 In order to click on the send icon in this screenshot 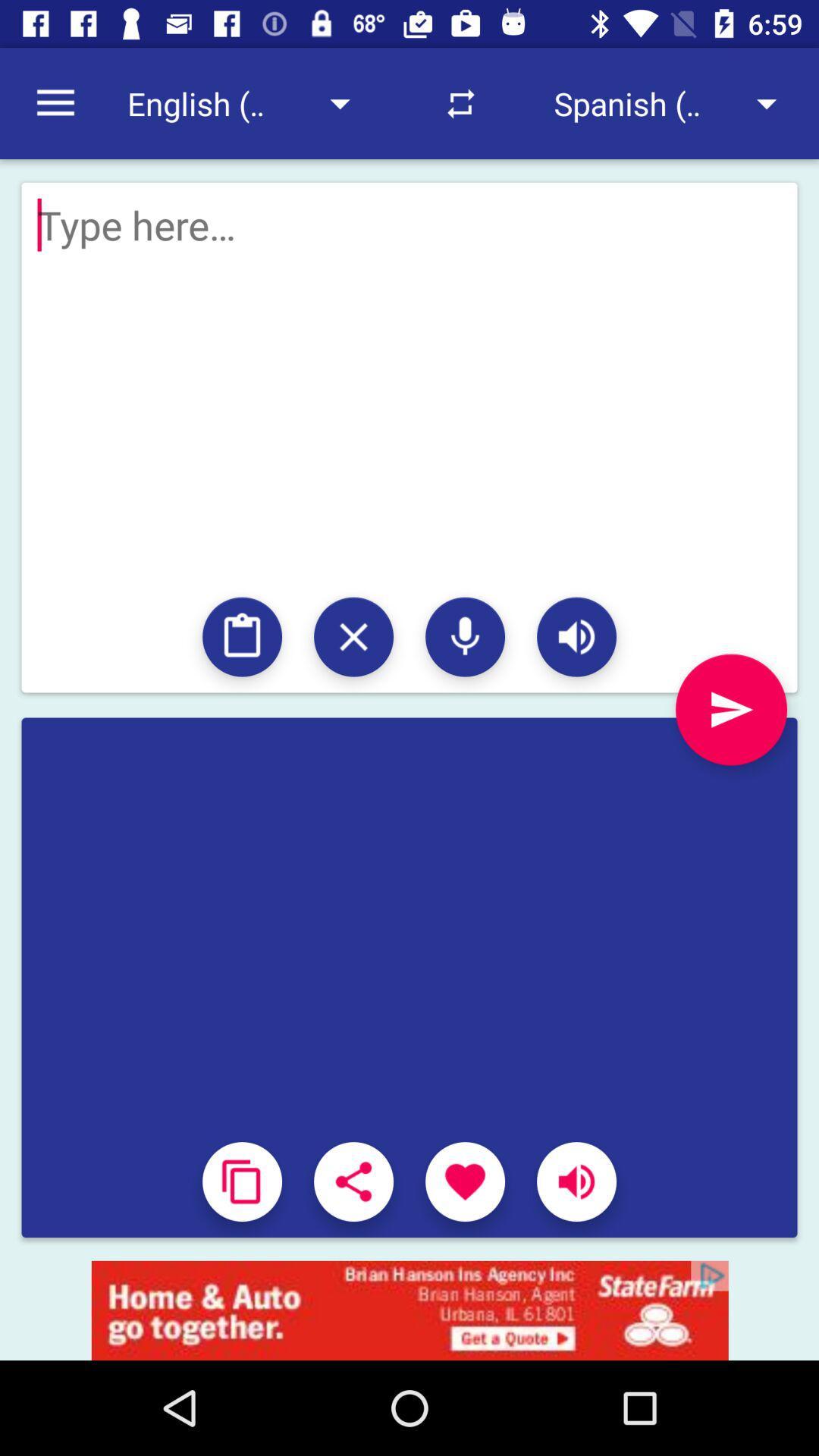, I will do `click(730, 709)`.